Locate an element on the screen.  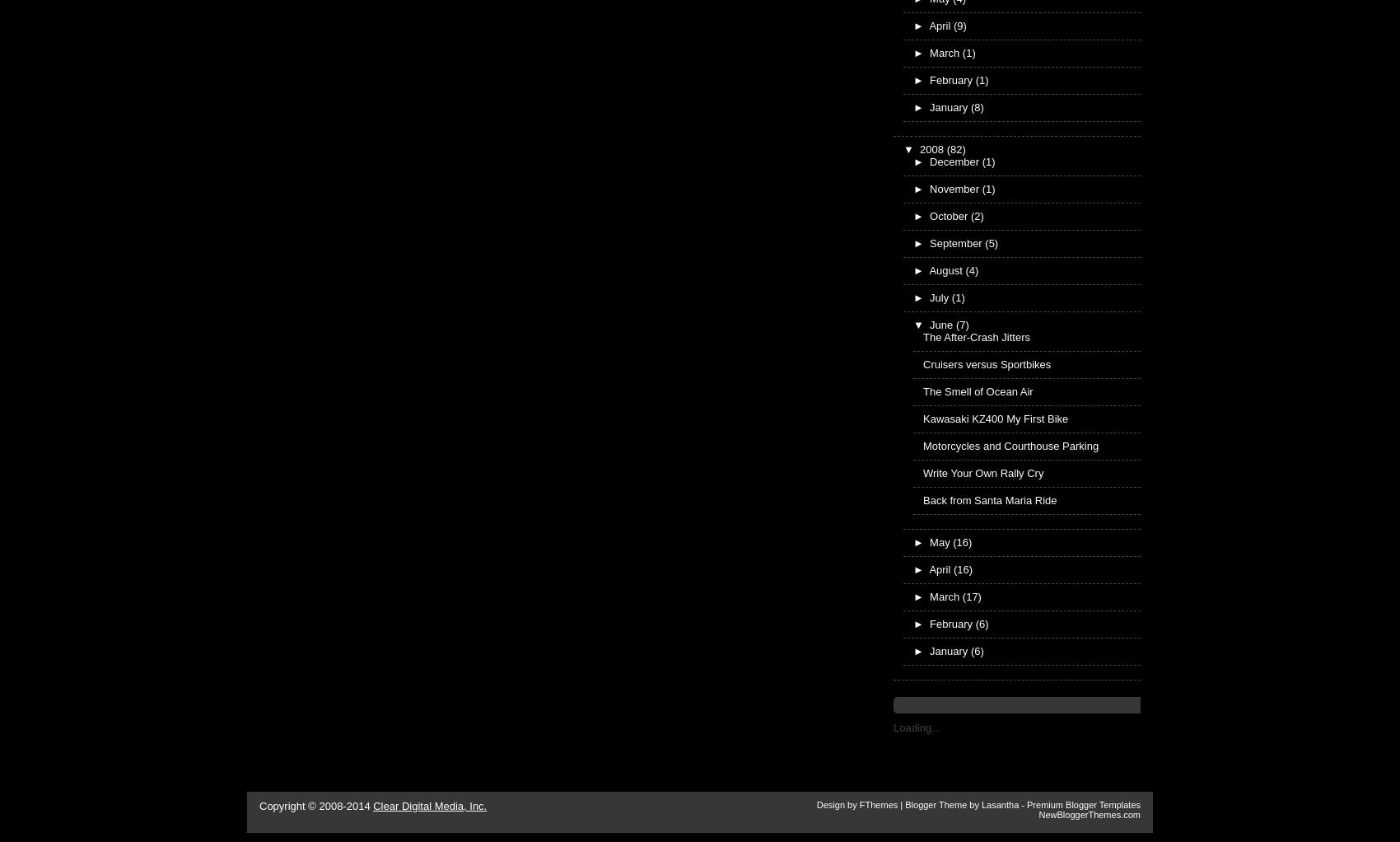
'(2)' is located at coordinates (975, 215).